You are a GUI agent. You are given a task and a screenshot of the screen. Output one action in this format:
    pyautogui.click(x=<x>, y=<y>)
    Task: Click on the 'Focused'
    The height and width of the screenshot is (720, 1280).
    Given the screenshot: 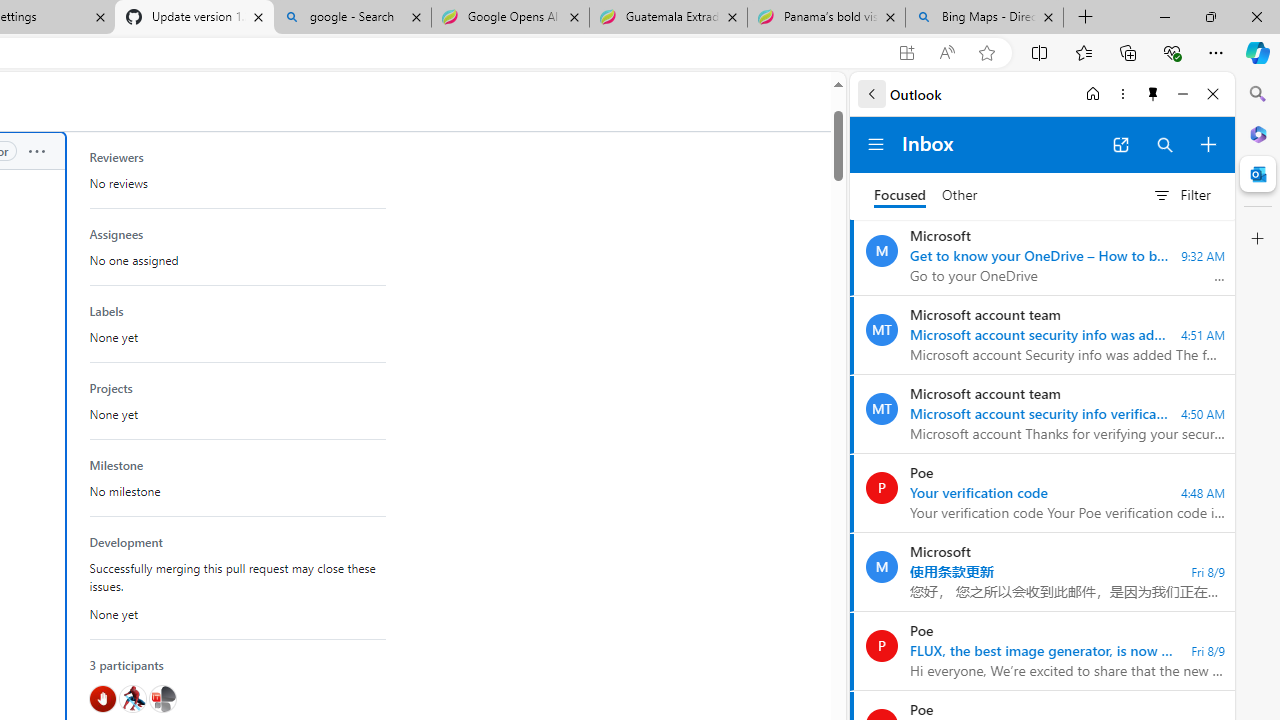 What is the action you would take?
    pyautogui.click(x=899, y=195)
    